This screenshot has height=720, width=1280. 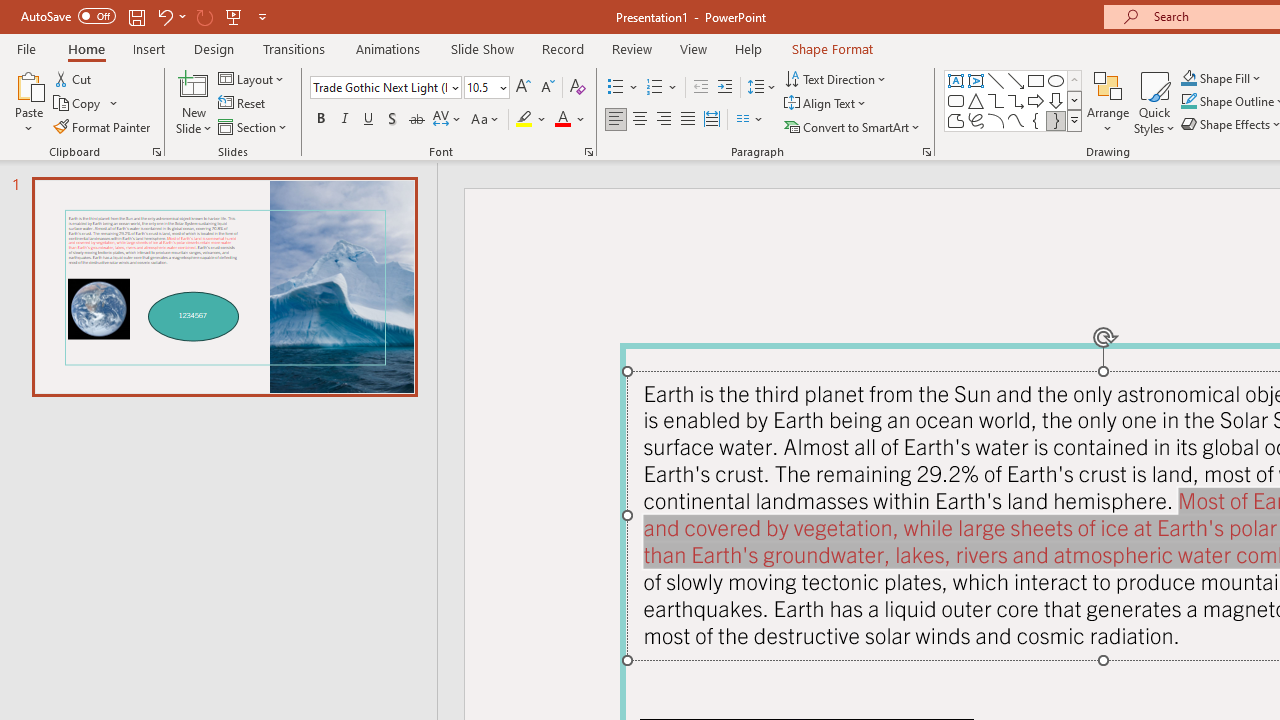 What do you see at coordinates (826, 103) in the screenshot?
I see `'Align Text'` at bounding box center [826, 103].